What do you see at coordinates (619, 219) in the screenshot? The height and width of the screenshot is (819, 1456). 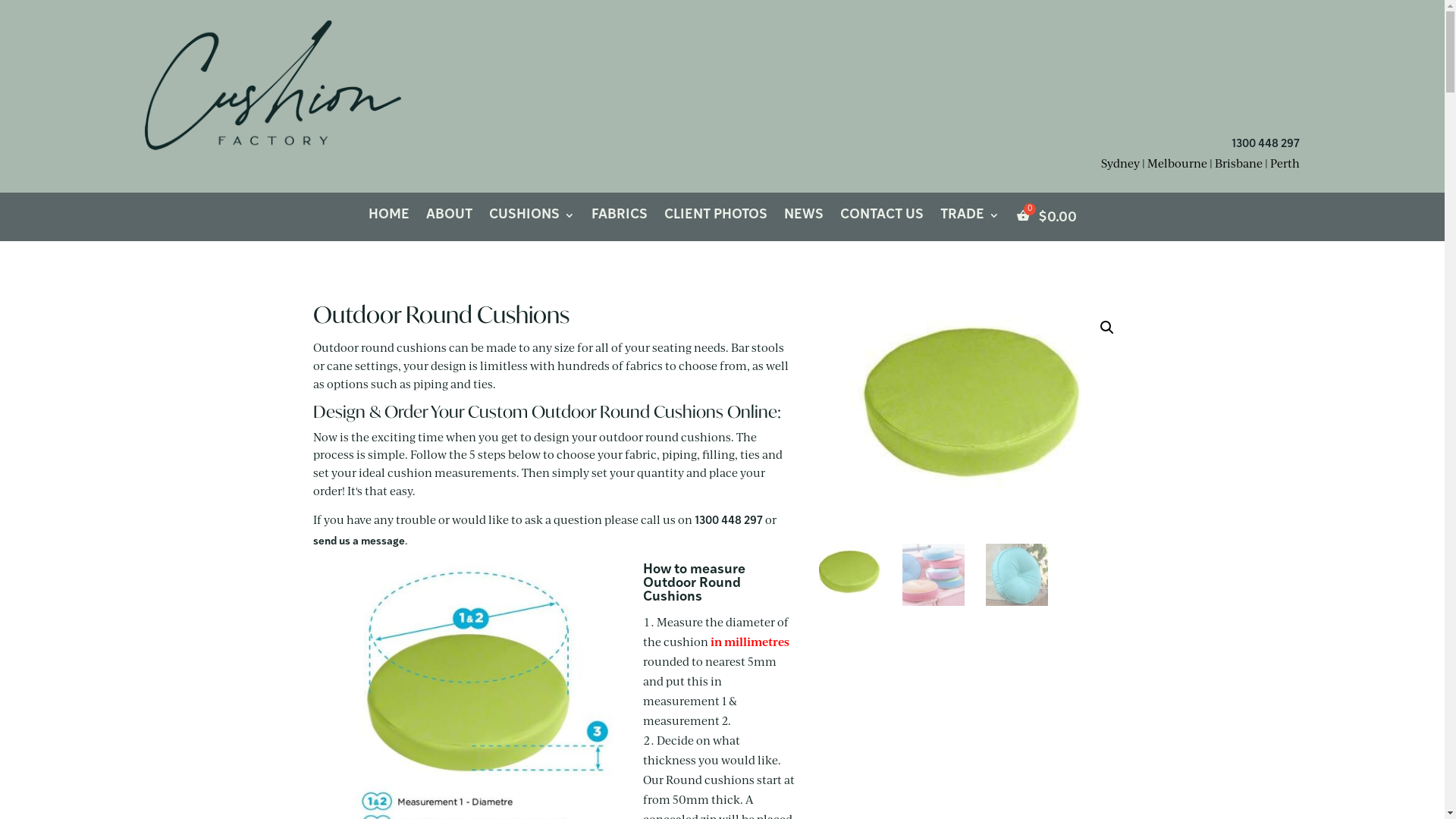 I see `'FABRICS'` at bounding box center [619, 219].